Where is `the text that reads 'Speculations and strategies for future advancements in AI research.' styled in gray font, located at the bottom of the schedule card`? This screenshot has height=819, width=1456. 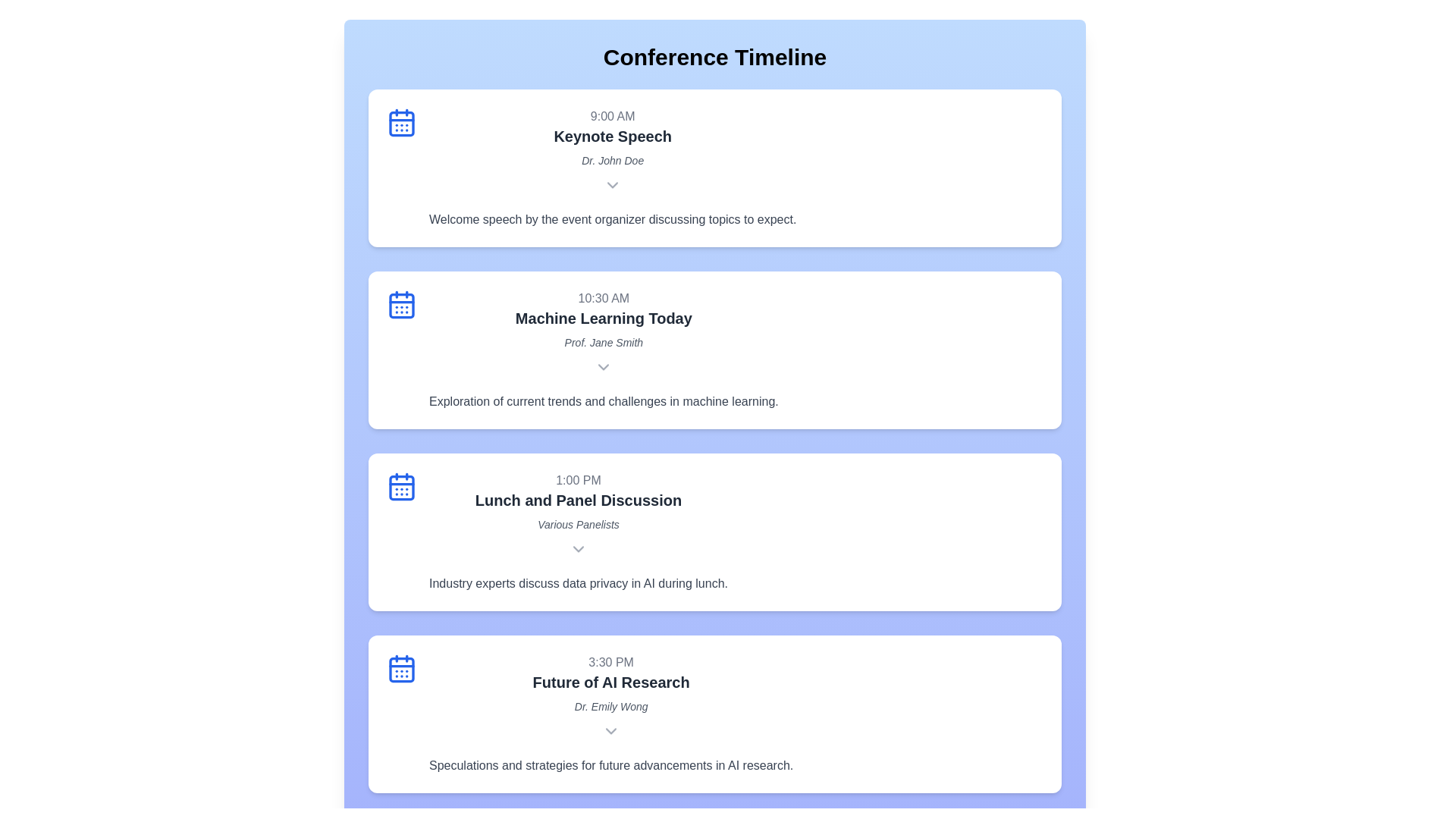
the text that reads 'Speculations and strategies for future advancements in AI research.' styled in gray font, located at the bottom of the schedule card is located at coordinates (611, 766).